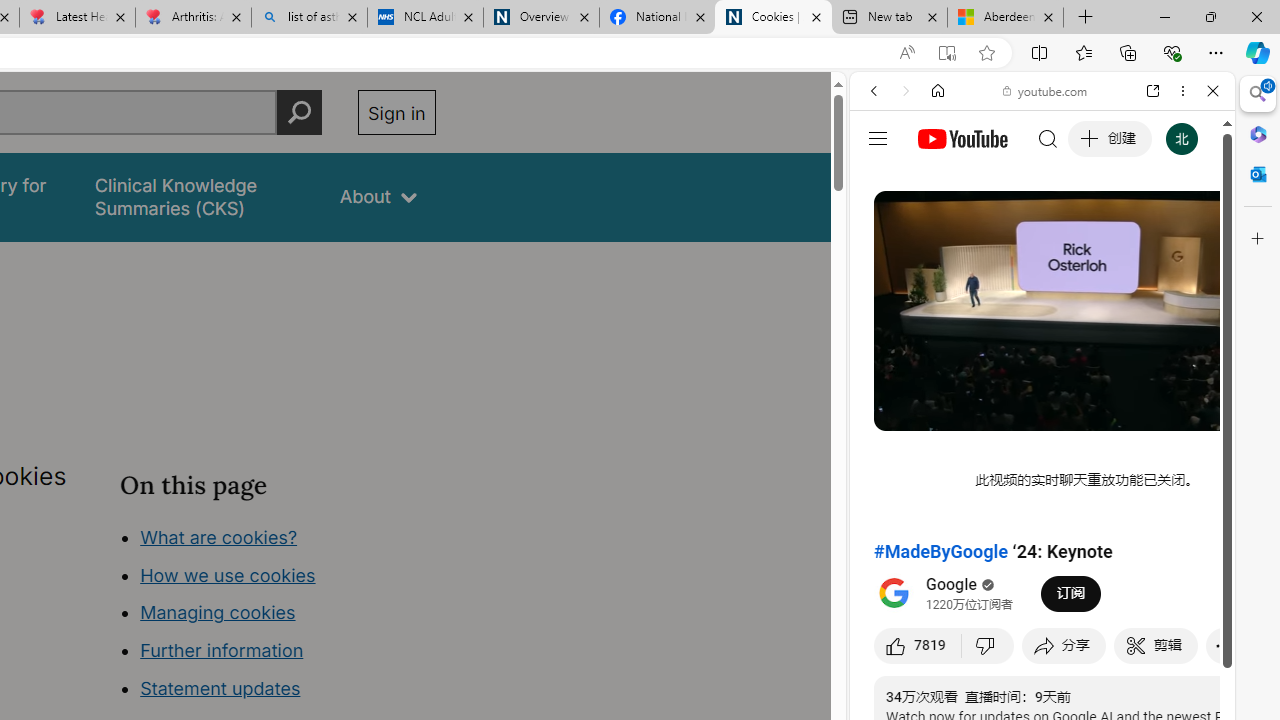 This screenshot has width=1280, height=720. What do you see at coordinates (276, 614) in the screenshot?
I see `'Class: in-page-nav__list'` at bounding box center [276, 614].